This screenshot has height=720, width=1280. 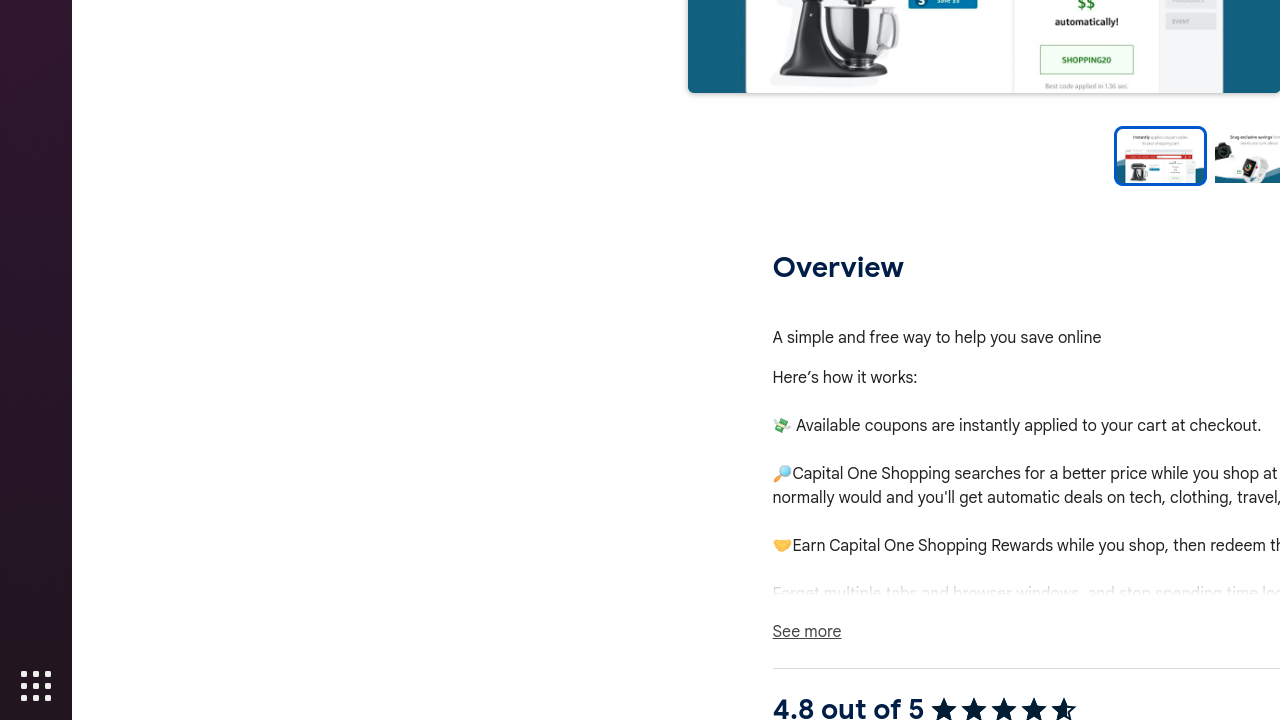 I want to click on 'Preview slide 1', so click(x=1159, y=155).